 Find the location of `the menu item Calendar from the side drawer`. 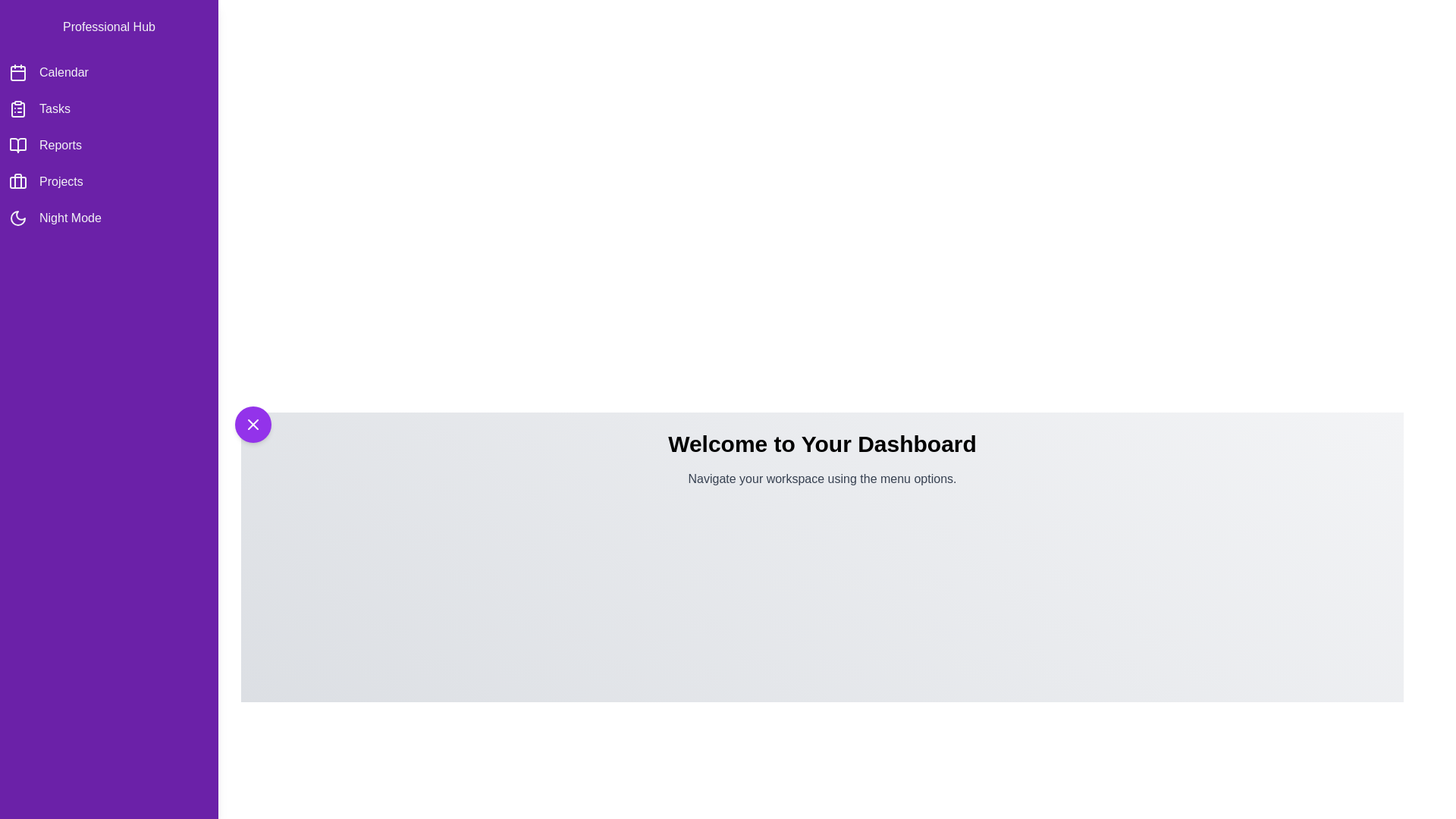

the menu item Calendar from the side drawer is located at coordinates (108, 73).